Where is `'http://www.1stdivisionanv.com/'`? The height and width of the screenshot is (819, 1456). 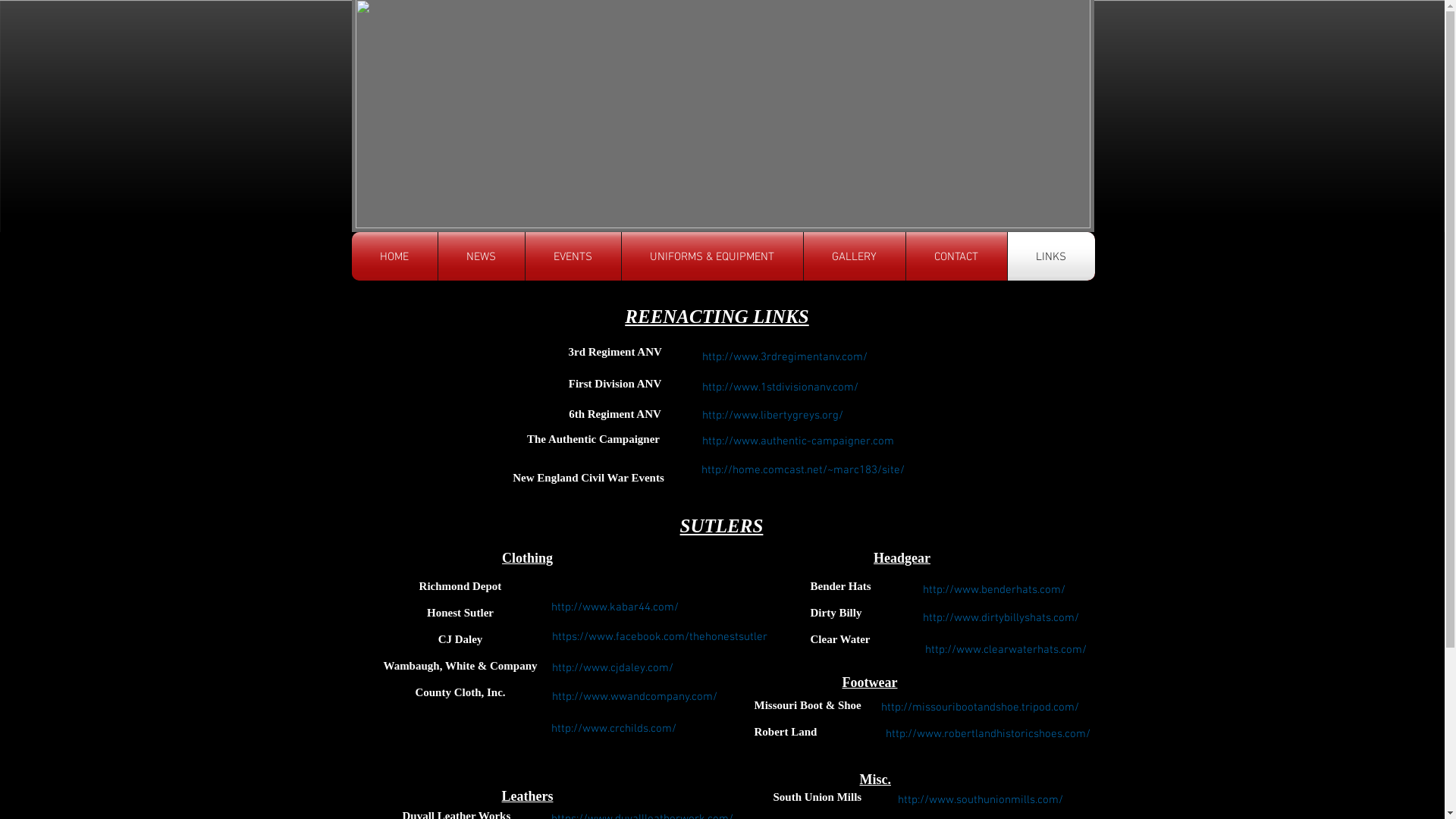
'http://www.1stdivisionanv.com/' is located at coordinates (780, 385).